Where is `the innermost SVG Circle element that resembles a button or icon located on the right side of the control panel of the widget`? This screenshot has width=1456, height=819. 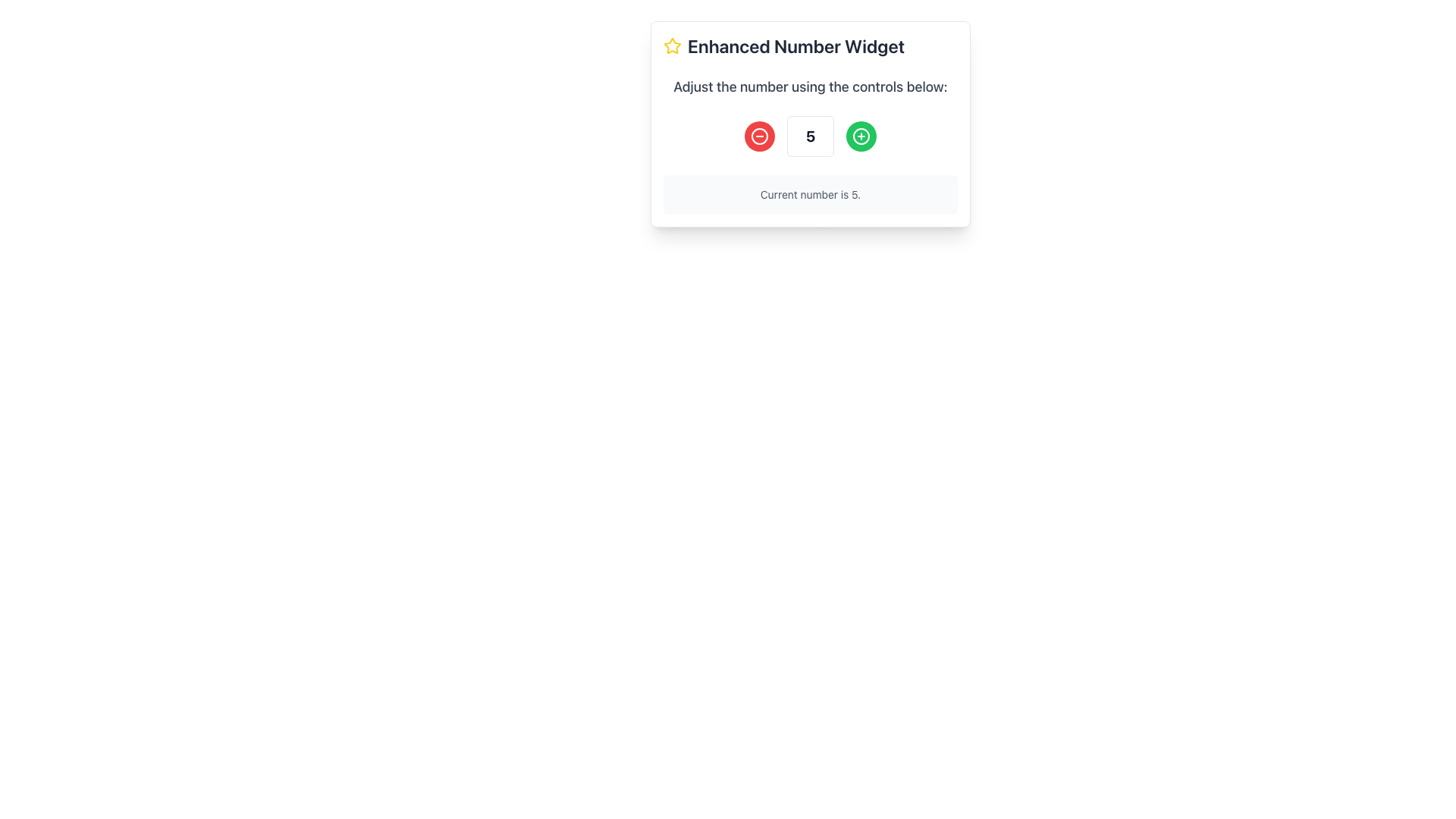
the innermost SVG Circle element that resembles a button or icon located on the right side of the control panel of the widget is located at coordinates (861, 136).